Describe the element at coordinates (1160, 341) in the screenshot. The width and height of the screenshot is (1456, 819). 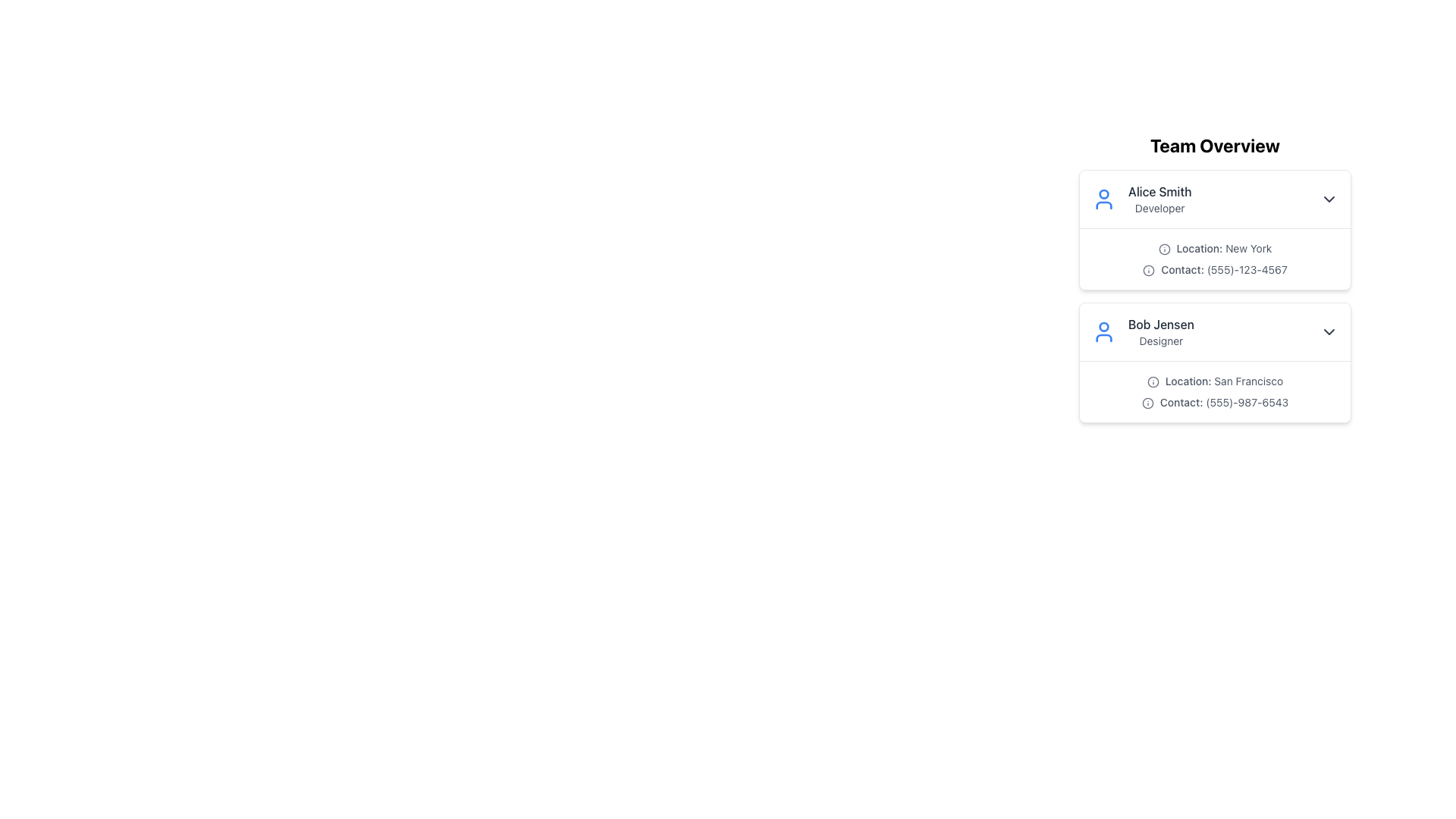
I see `the non-interactive text label indicating the role or title associated with 'Bob Jensen' located in the second card of the 'Team Overview' section` at that location.